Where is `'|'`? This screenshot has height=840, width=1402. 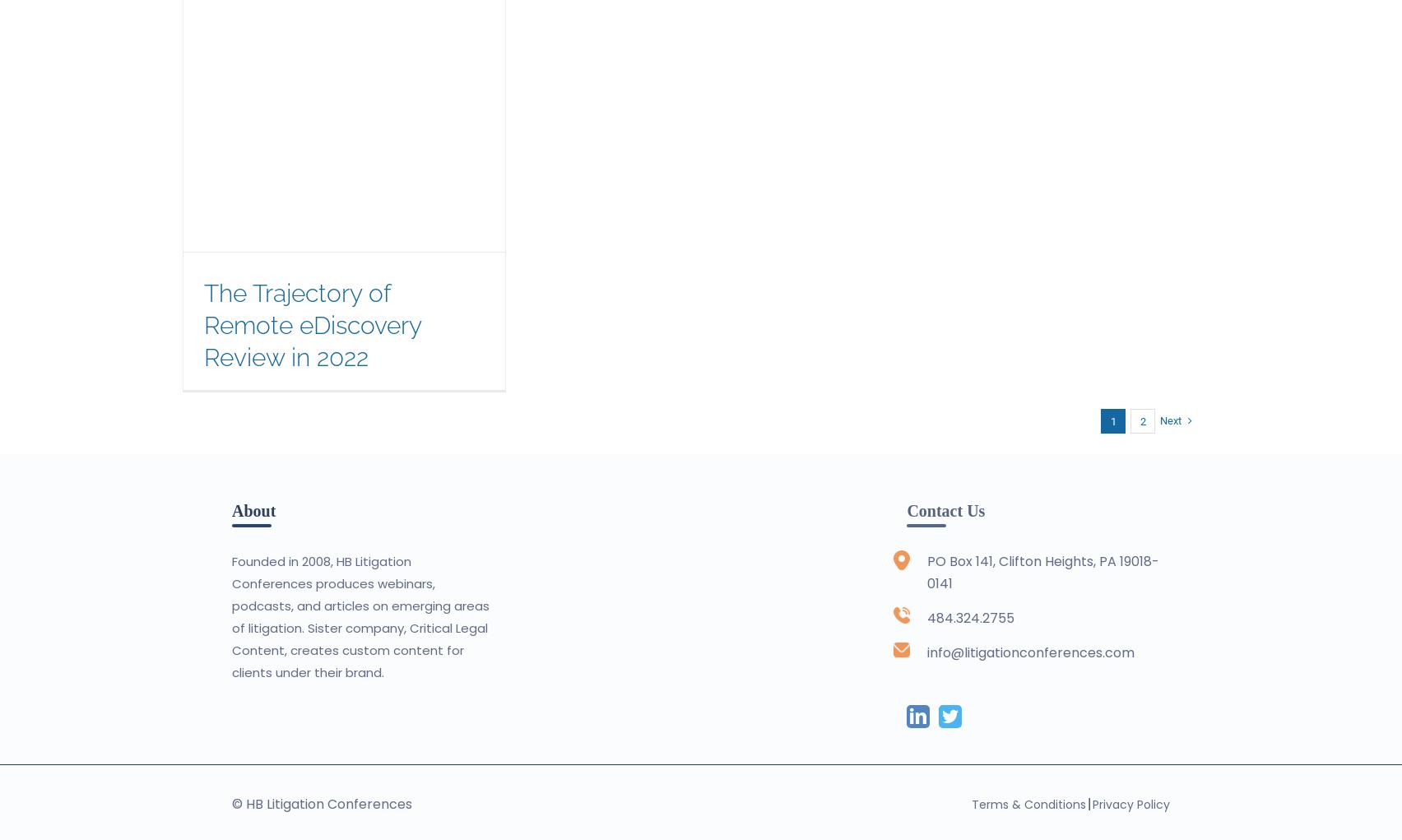
'|' is located at coordinates (1087, 801).